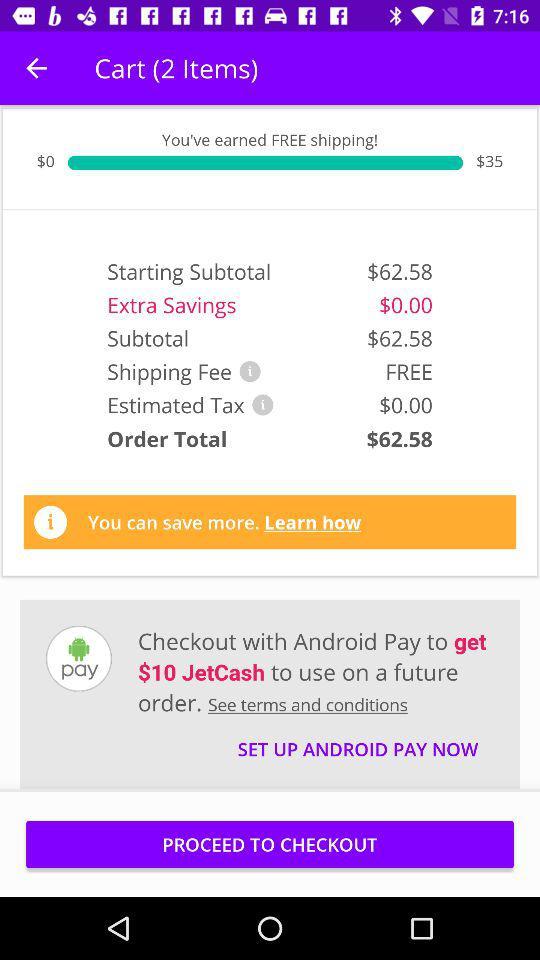 This screenshot has height=960, width=540. What do you see at coordinates (223, 521) in the screenshot?
I see `icon below the order total icon` at bounding box center [223, 521].